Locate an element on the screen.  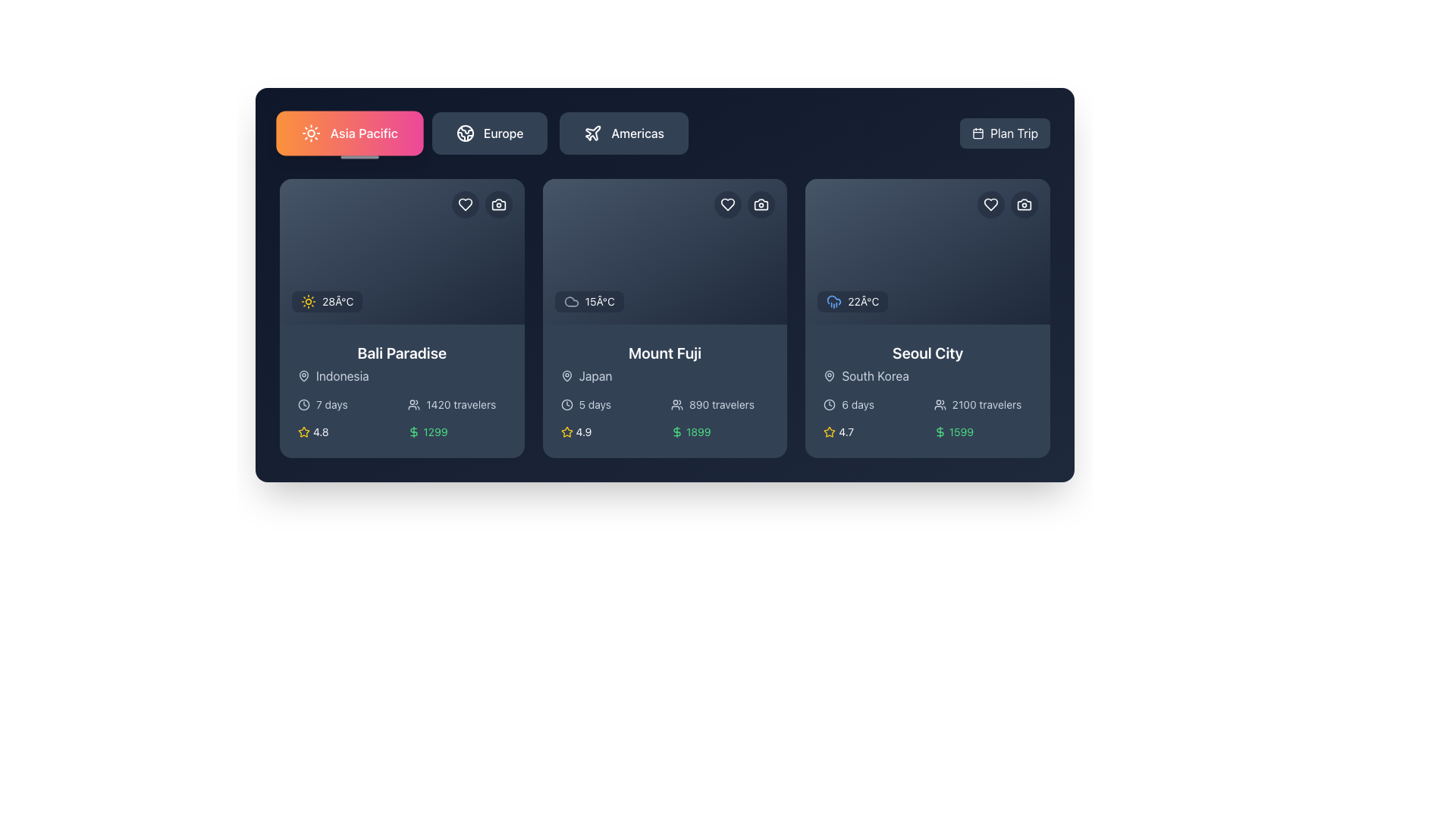
the temperature/weather condition label located at the bottom-left corner of the Bali Paradise destination card, which is aligned to the left and situated above the 'Indonesia' label is located at coordinates (326, 301).